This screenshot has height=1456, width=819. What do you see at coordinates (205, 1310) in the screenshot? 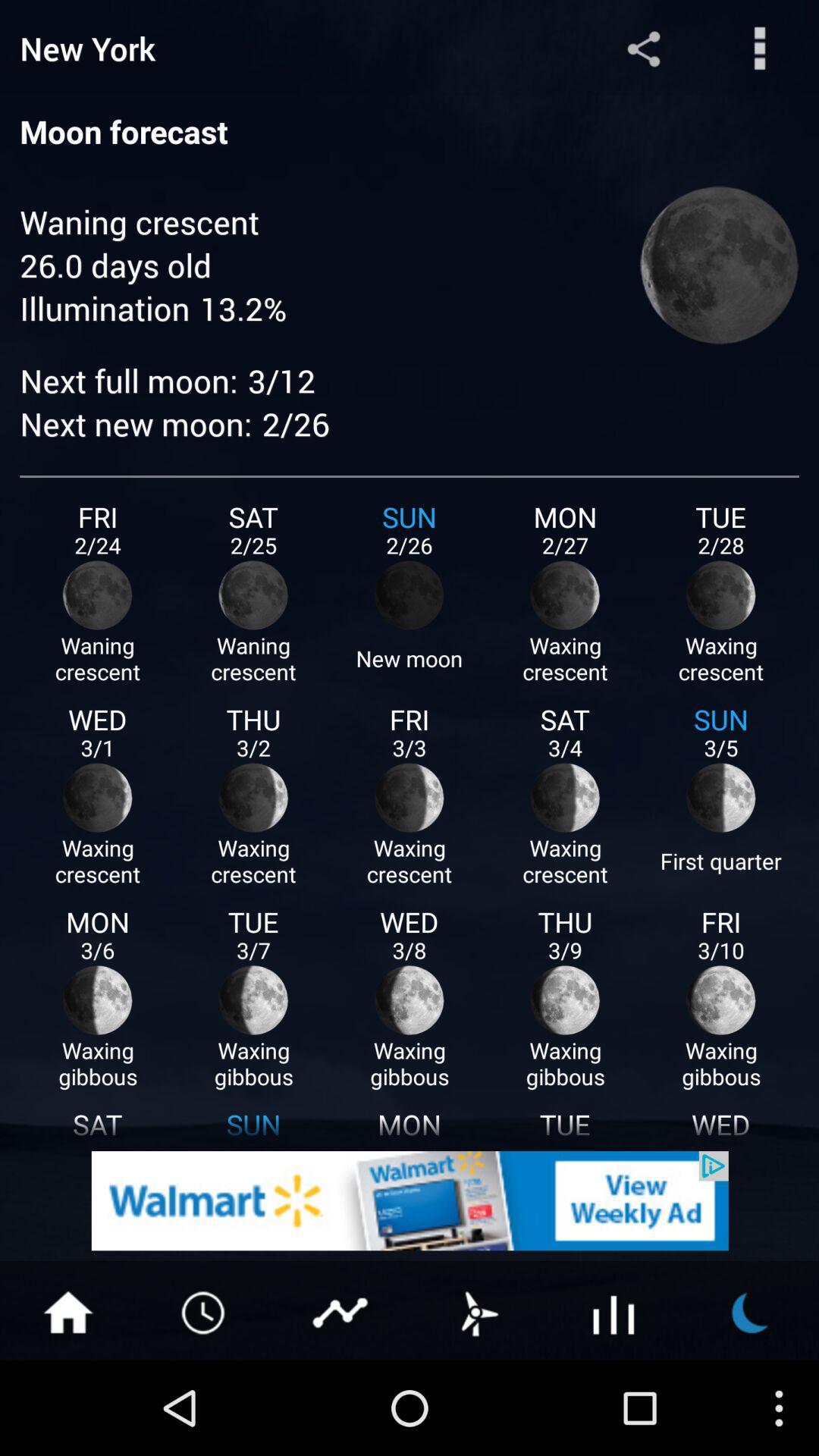
I see `time settings` at bounding box center [205, 1310].